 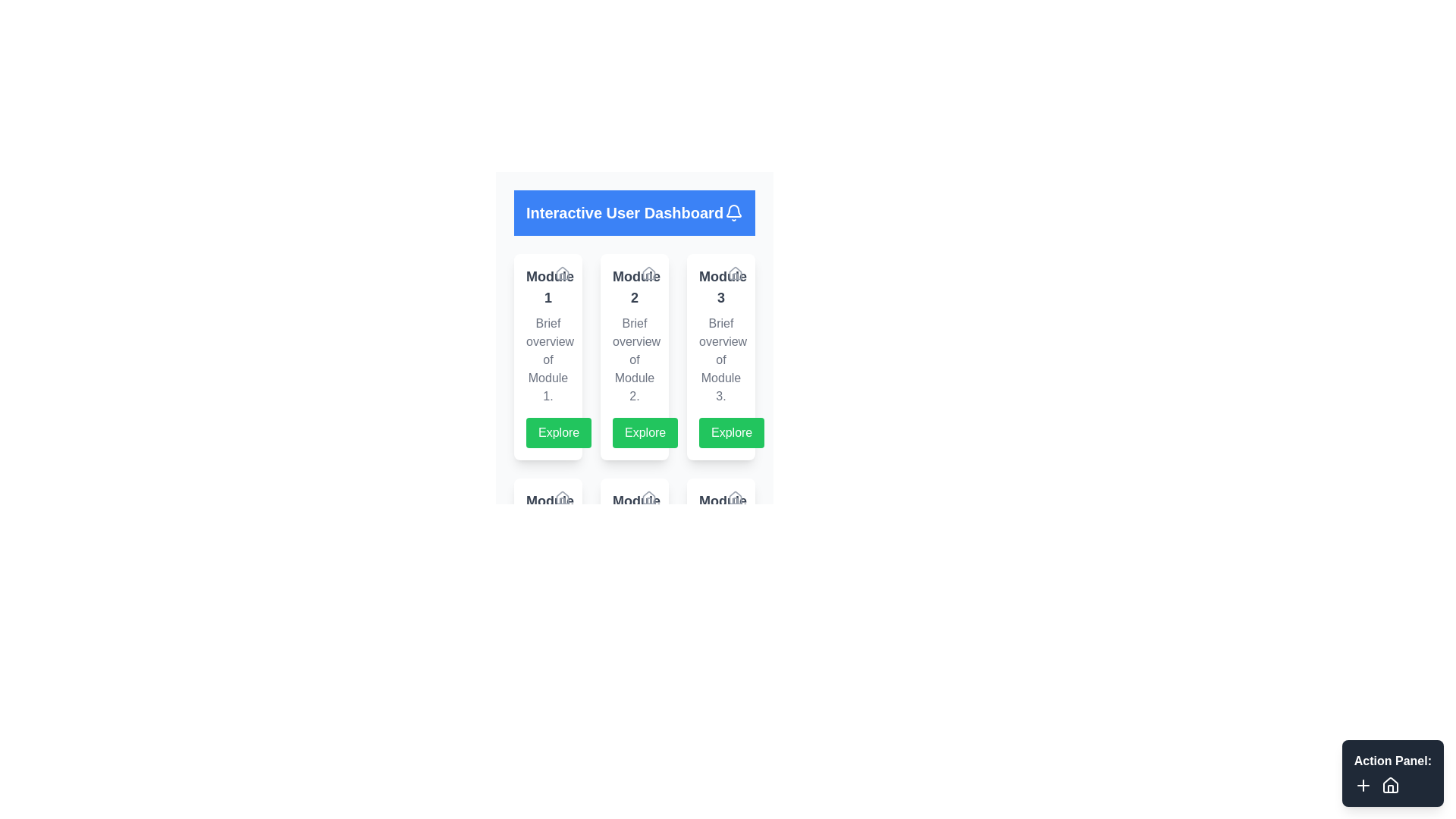 I want to click on the descriptive text about Module 1, located underneath the title 'Module 1' and above the green 'Explore' button, so click(x=548, y=359).